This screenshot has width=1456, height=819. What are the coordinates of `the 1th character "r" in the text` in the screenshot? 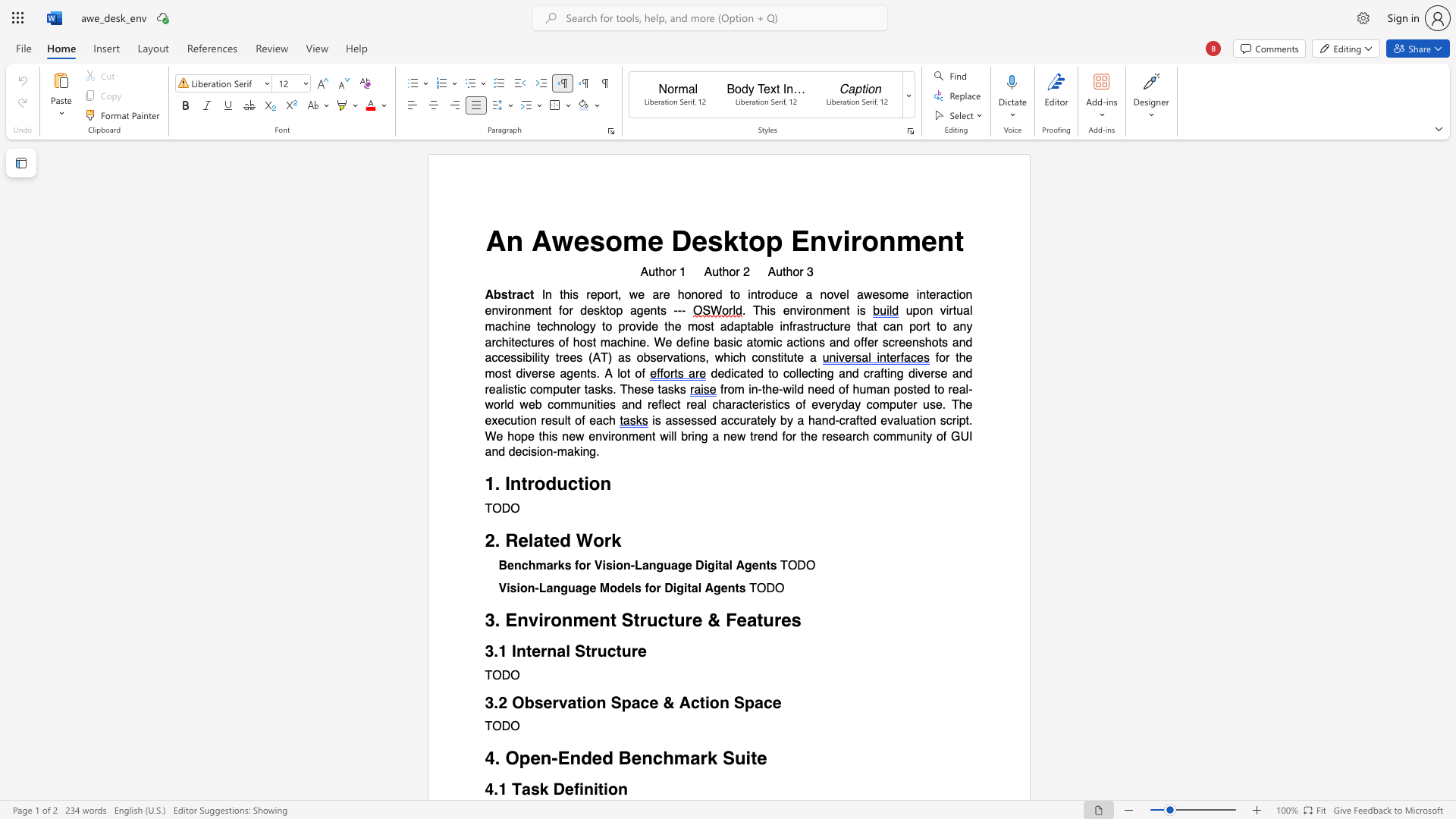 It's located at (531, 484).